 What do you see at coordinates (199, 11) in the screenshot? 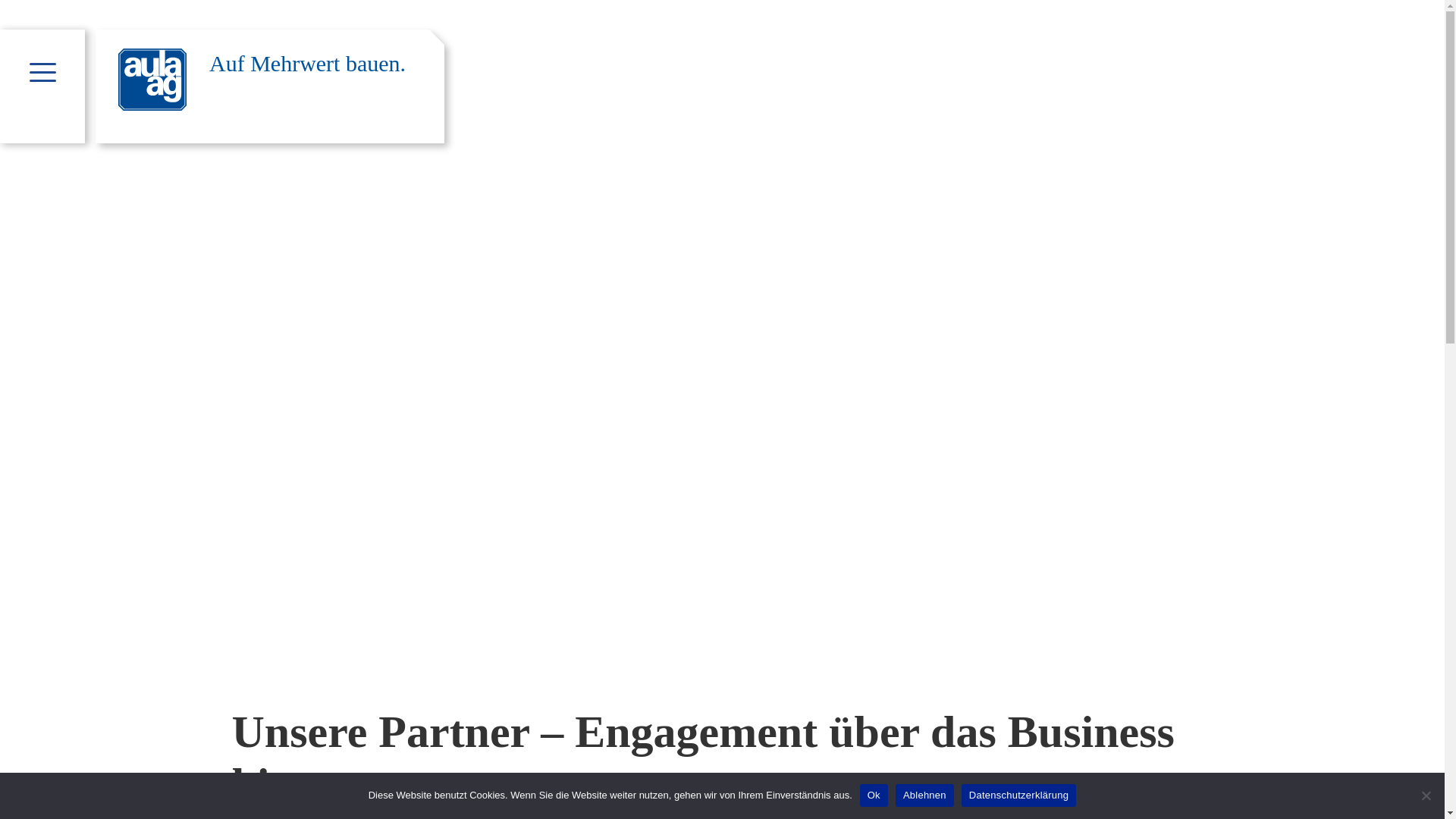
I see `'Suche'` at bounding box center [199, 11].